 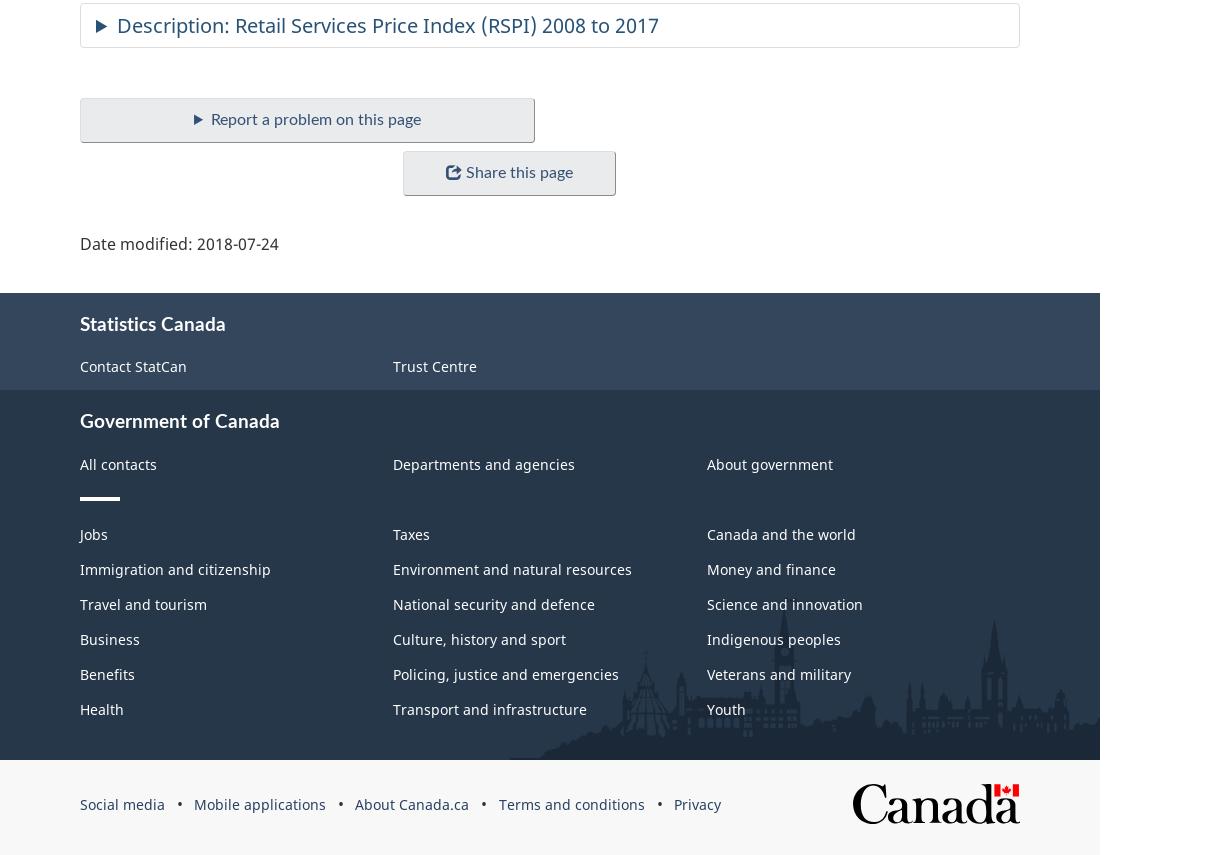 I want to click on 'Statistics Canada', so click(x=152, y=323).